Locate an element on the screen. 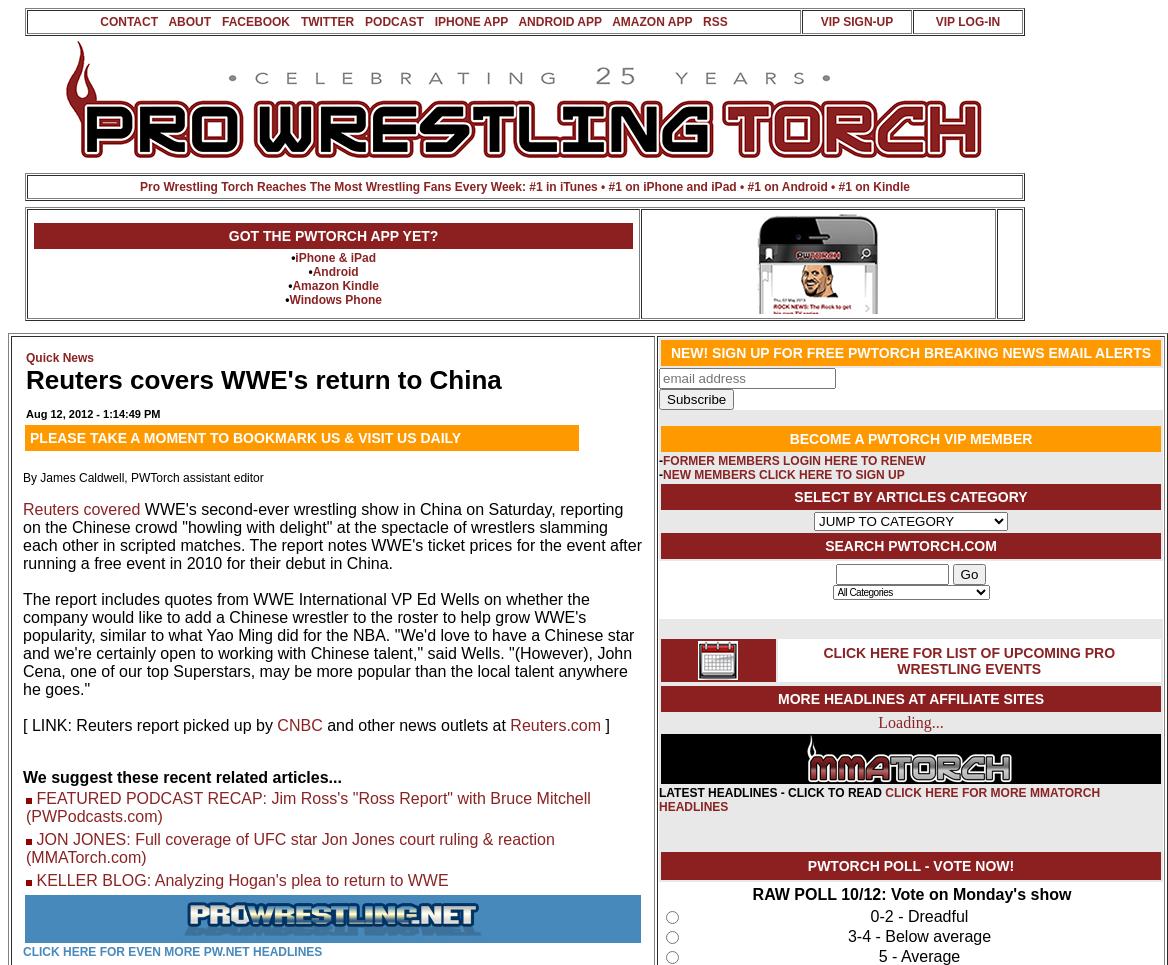 The image size is (1168, 965). 'By James Caldwell, PWTorch assistant editor' is located at coordinates (141, 476).